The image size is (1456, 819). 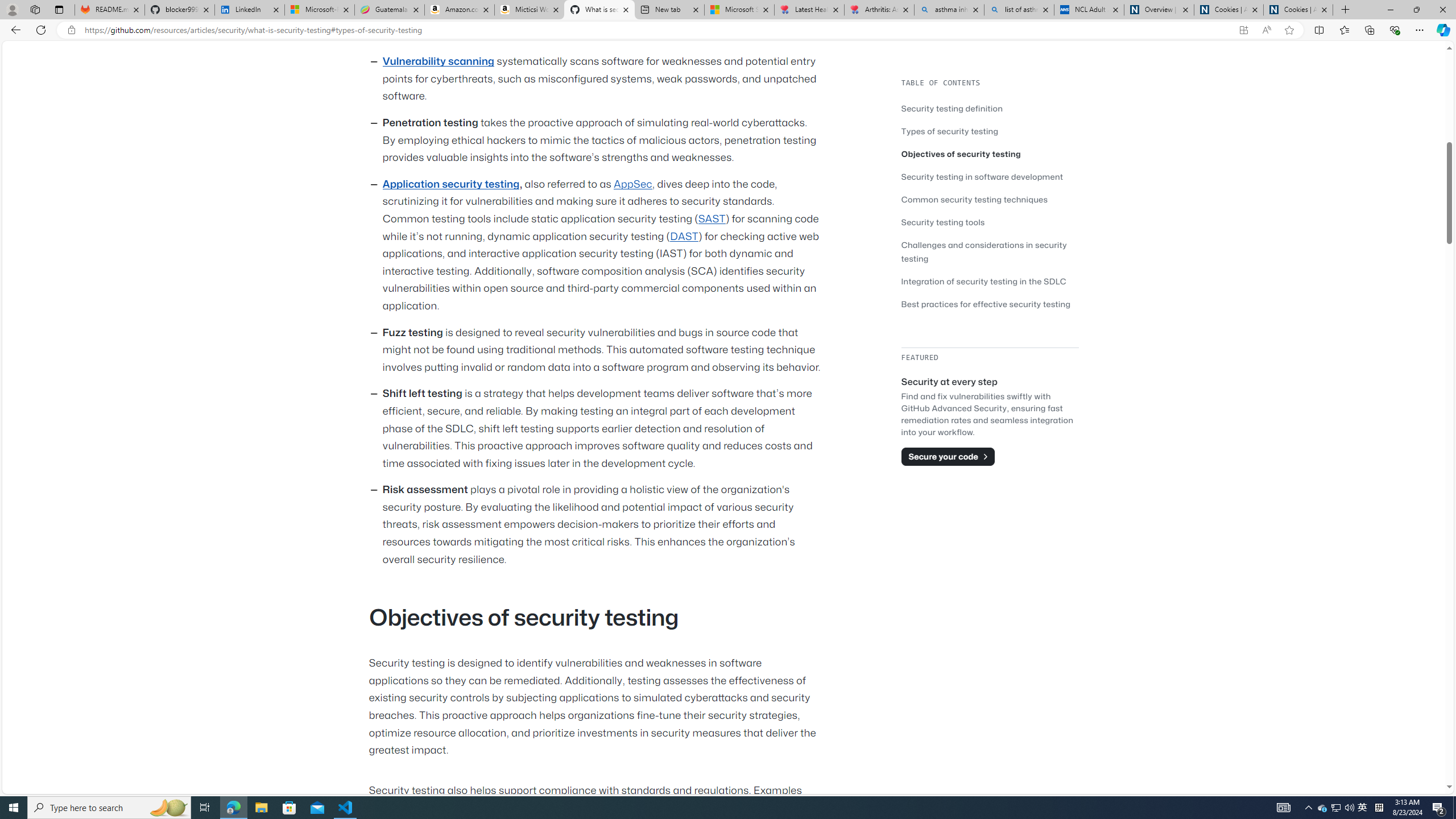 What do you see at coordinates (983, 251) in the screenshot?
I see `'Challenges and considerations in security testing'` at bounding box center [983, 251].